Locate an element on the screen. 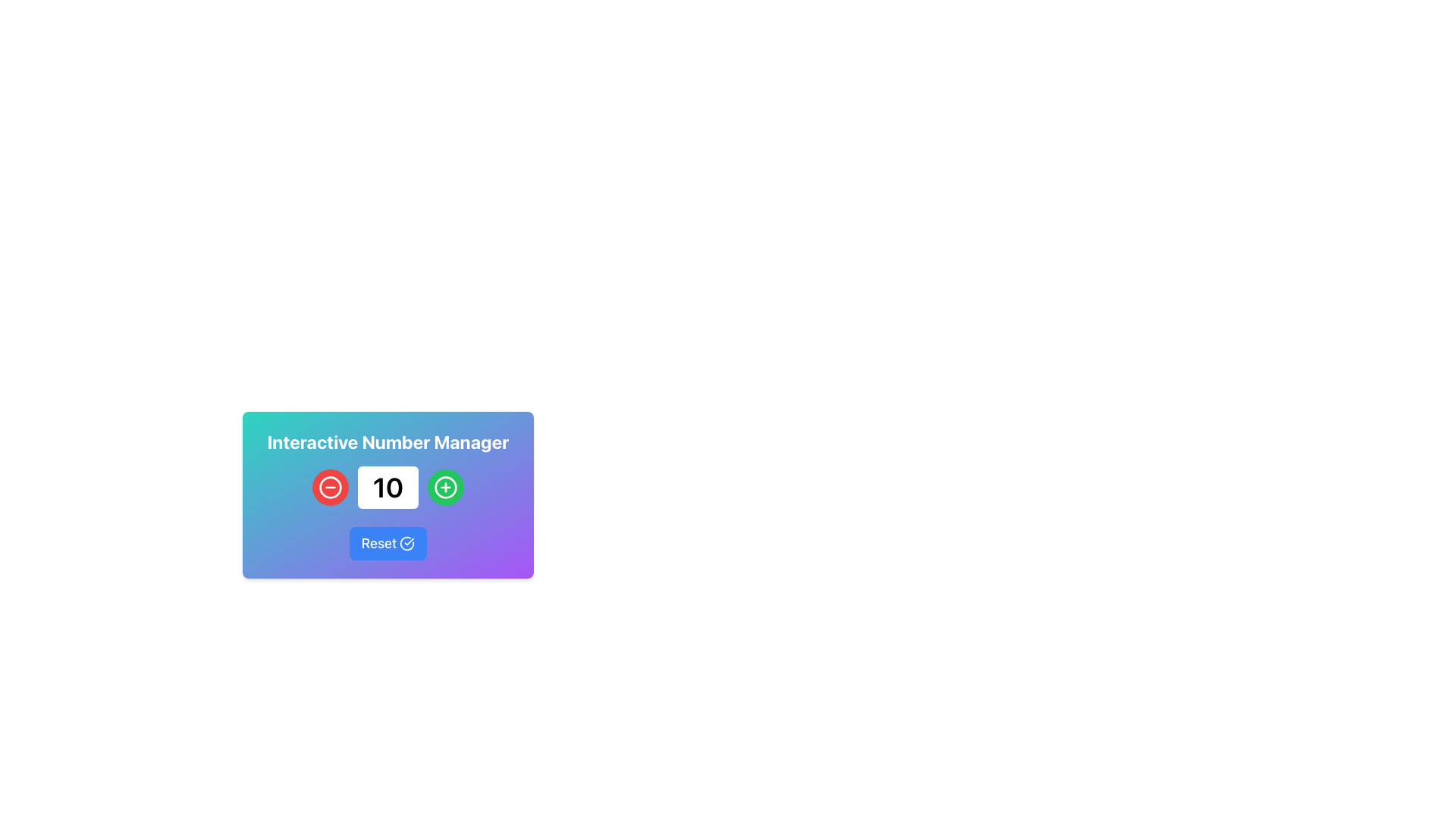 The width and height of the screenshot is (1456, 819). the 'Reset' button with a blue background and a circular check icon, located at the bottom of the 'Interactive Number Manager' card is located at coordinates (388, 543).